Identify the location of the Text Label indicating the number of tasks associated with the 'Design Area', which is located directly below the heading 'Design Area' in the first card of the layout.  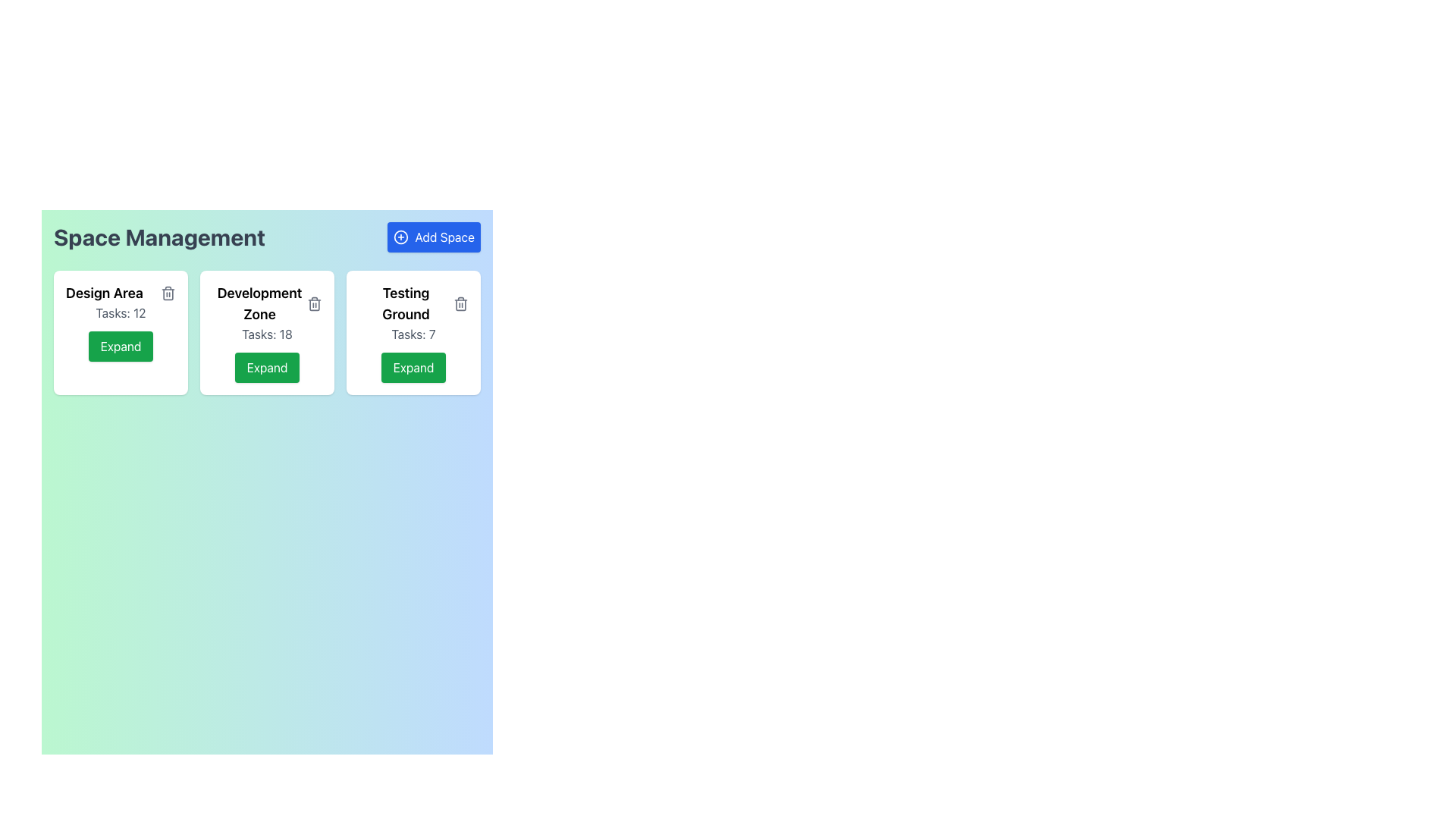
(120, 312).